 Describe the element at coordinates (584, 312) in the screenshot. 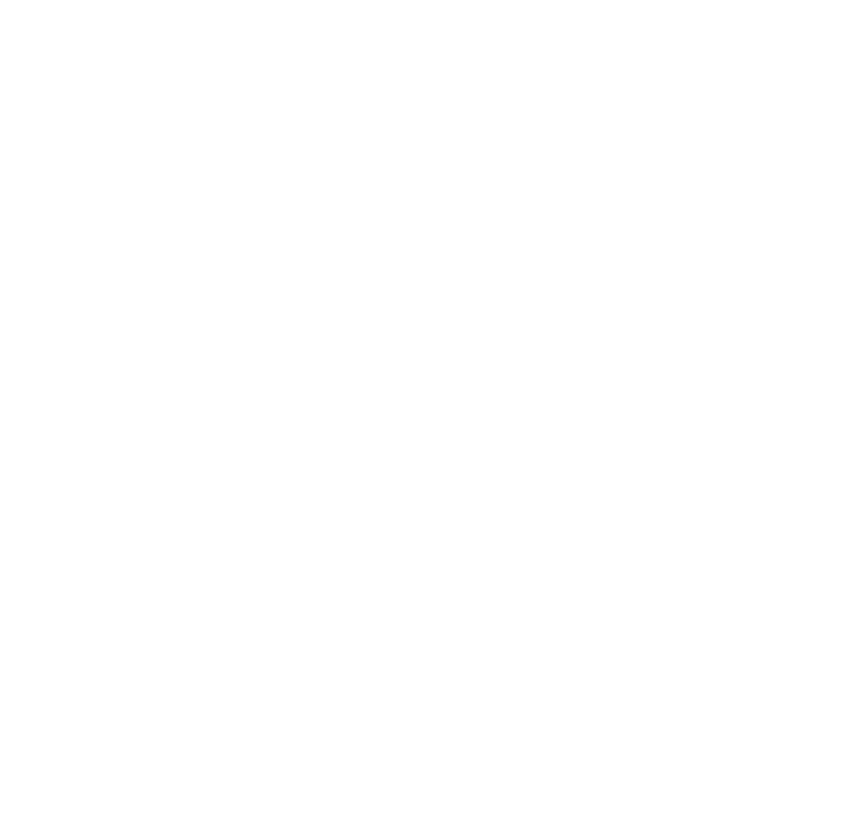

I see `'Resources'` at that location.